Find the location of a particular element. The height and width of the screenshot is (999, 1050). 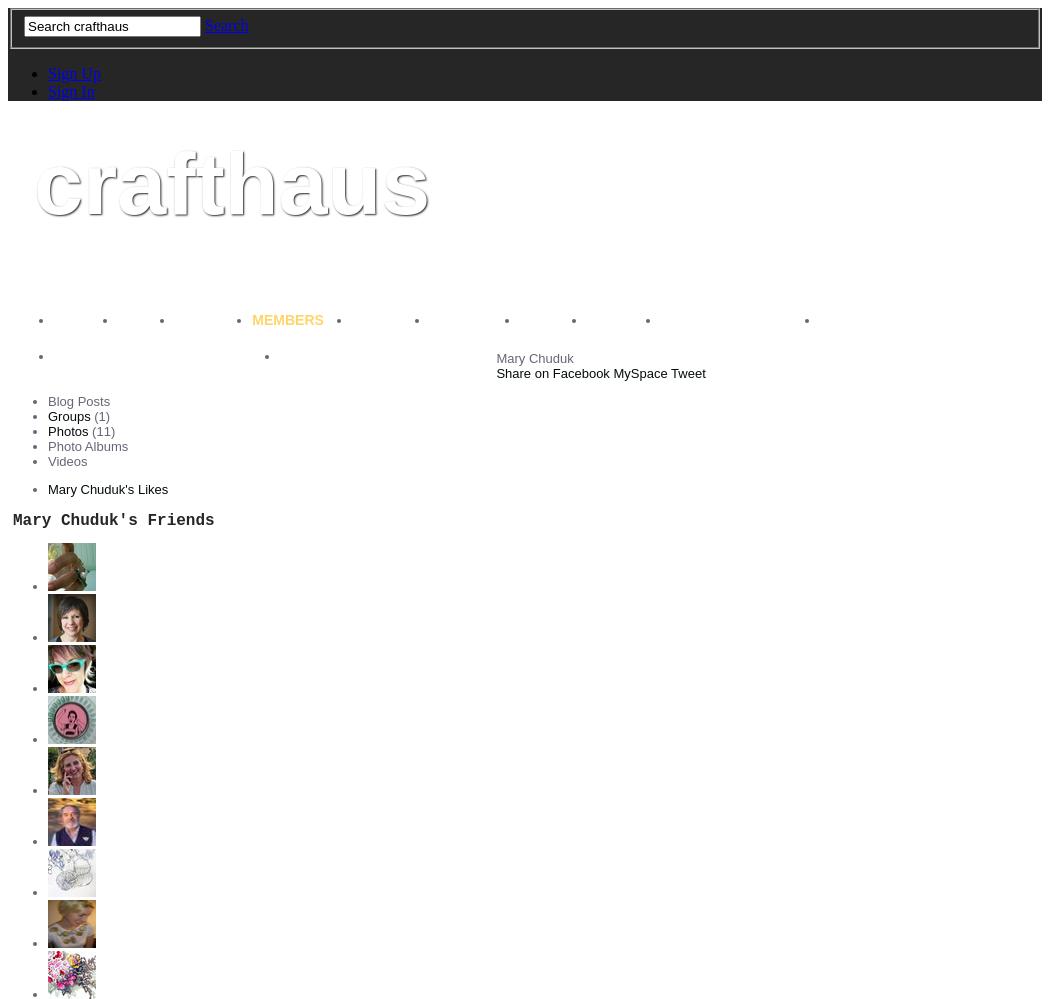

'Share on Facebook' is located at coordinates (552, 372).